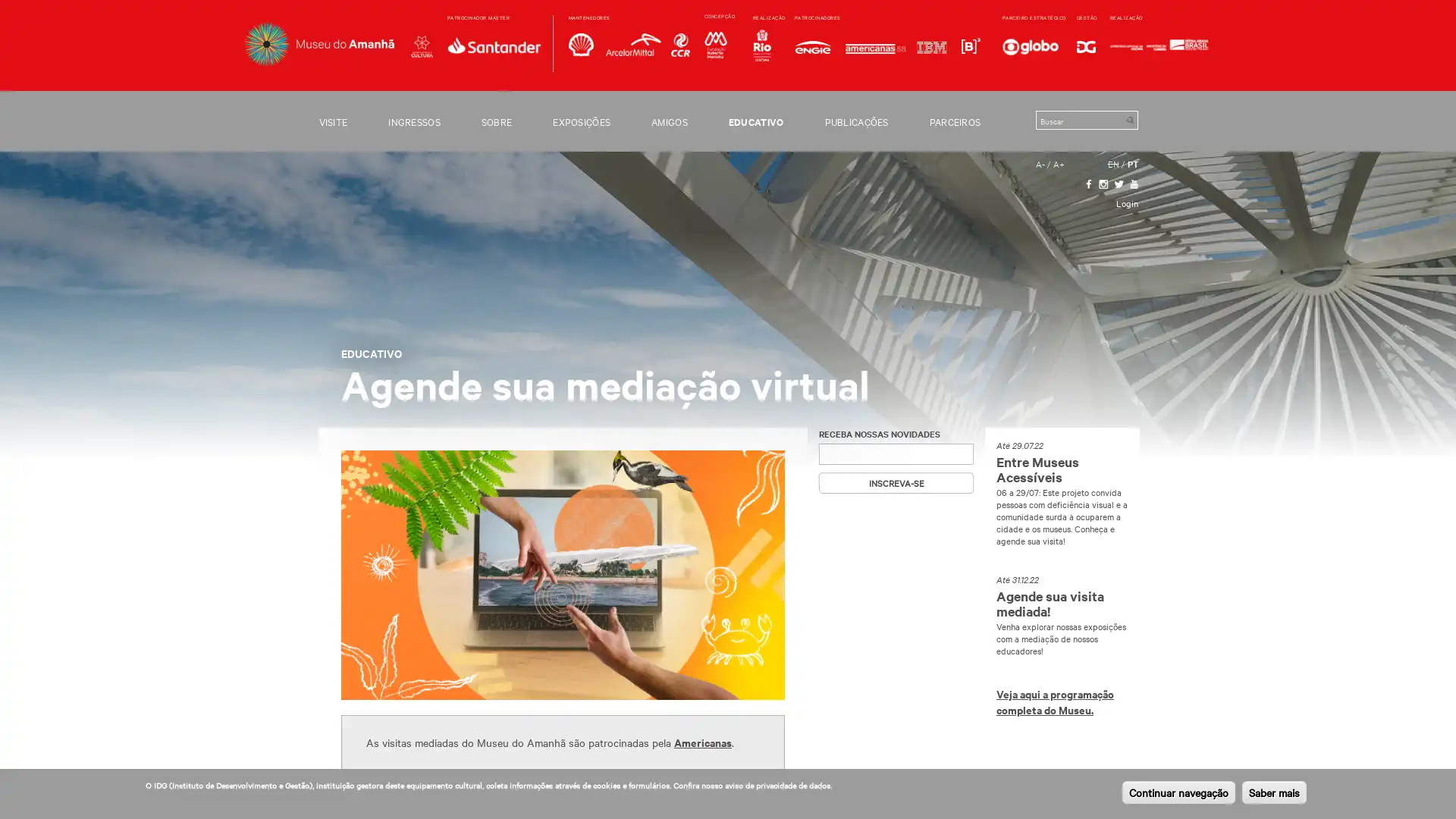 The width and height of the screenshot is (1456, 819). What do you see at coordinates (1178, 792) in the screenshot?
I see `Continuar navegacao` at bounding box center [1178, 792].